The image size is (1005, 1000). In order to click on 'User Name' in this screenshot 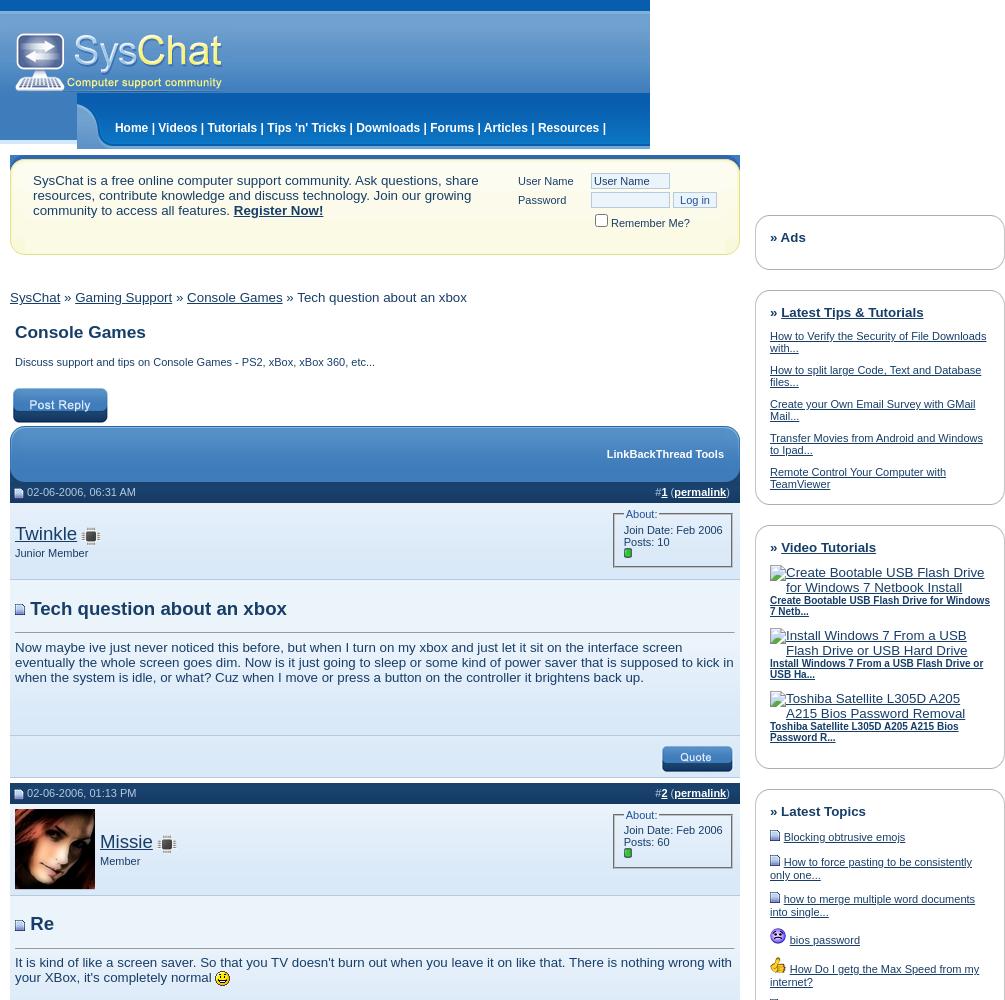, I will do `click(544, 181)`.